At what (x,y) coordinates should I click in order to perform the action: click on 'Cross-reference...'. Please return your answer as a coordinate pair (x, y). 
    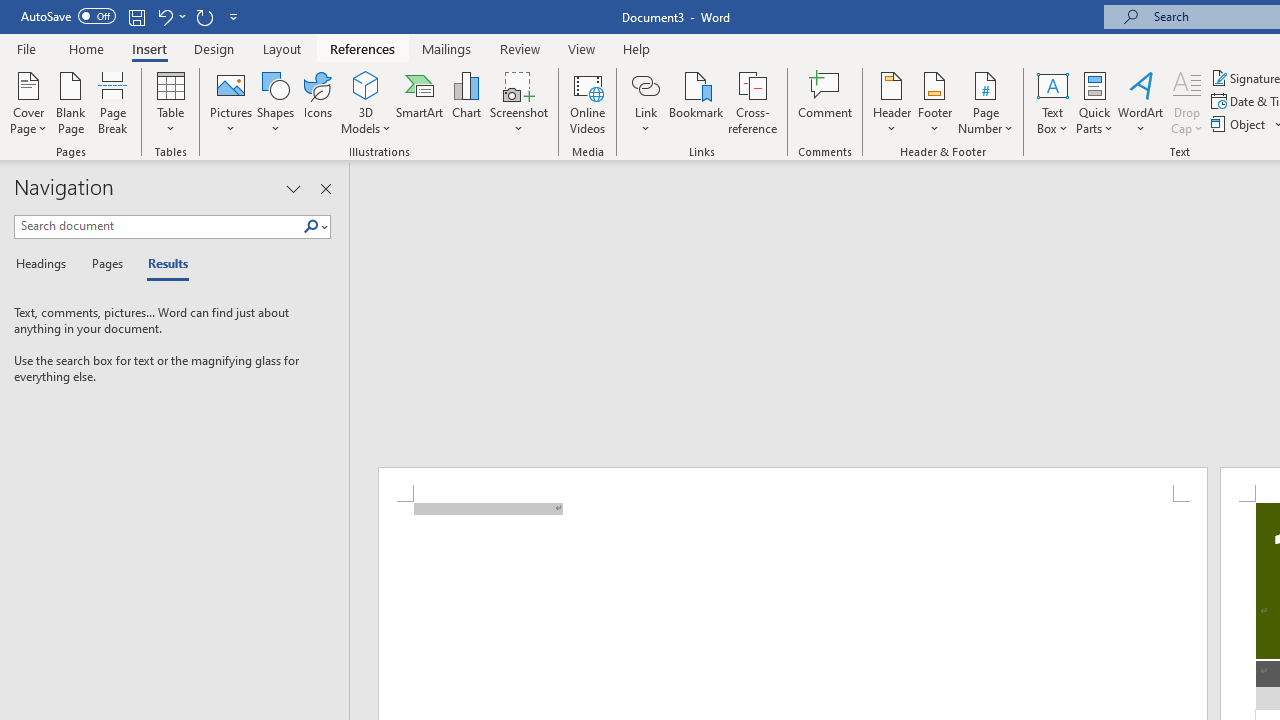
    Looking at the image, I should click on (751, 103).